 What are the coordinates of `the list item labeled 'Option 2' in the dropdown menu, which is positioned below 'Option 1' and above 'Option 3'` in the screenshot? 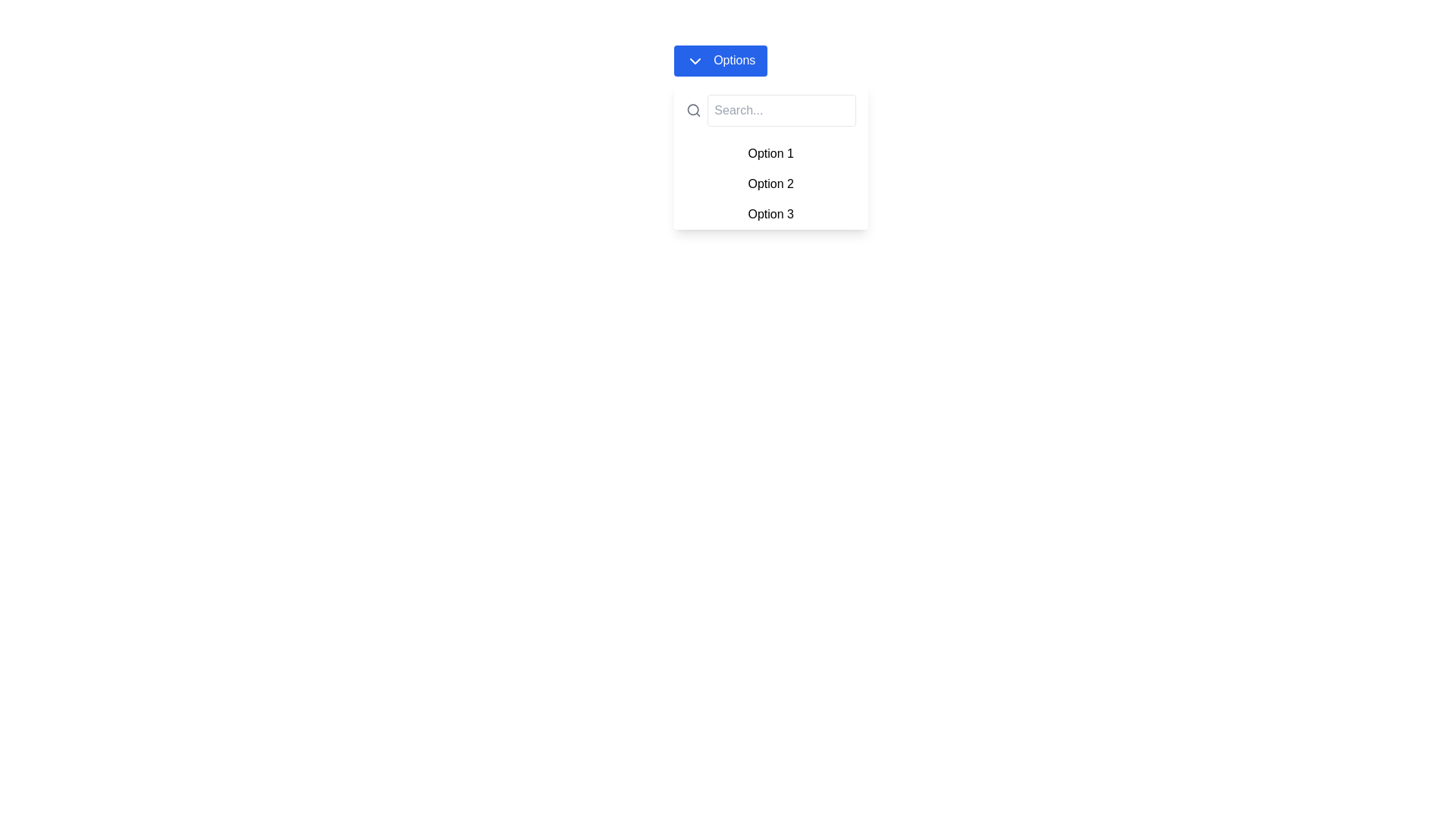 It's located at (770, 183).